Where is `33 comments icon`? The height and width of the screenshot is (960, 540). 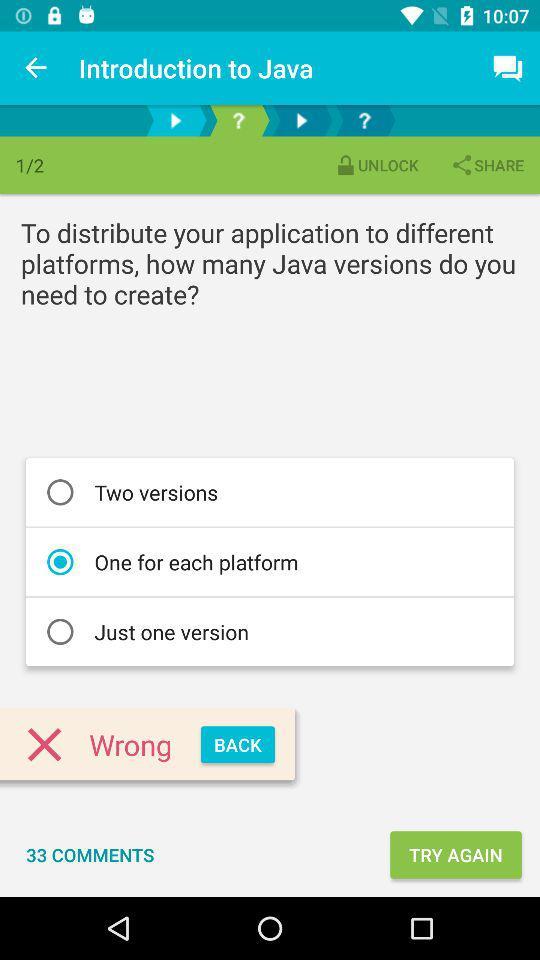
33 comments icon is located at coordinates (89, 853).